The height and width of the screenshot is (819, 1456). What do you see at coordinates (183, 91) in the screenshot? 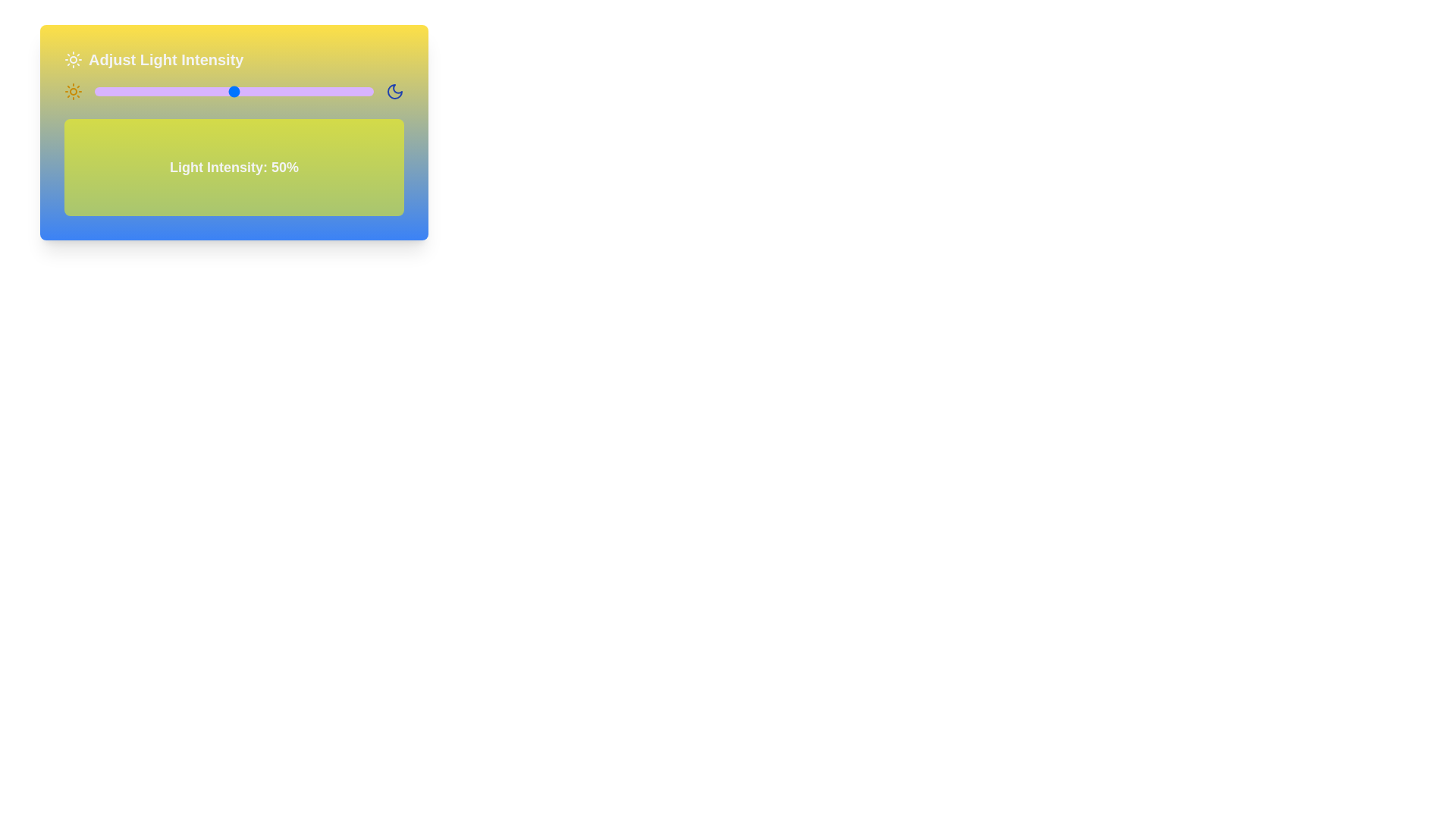
I see `the light intensity slider to 32% to observe the corresponding background changes` at bounding box center [183, 91].